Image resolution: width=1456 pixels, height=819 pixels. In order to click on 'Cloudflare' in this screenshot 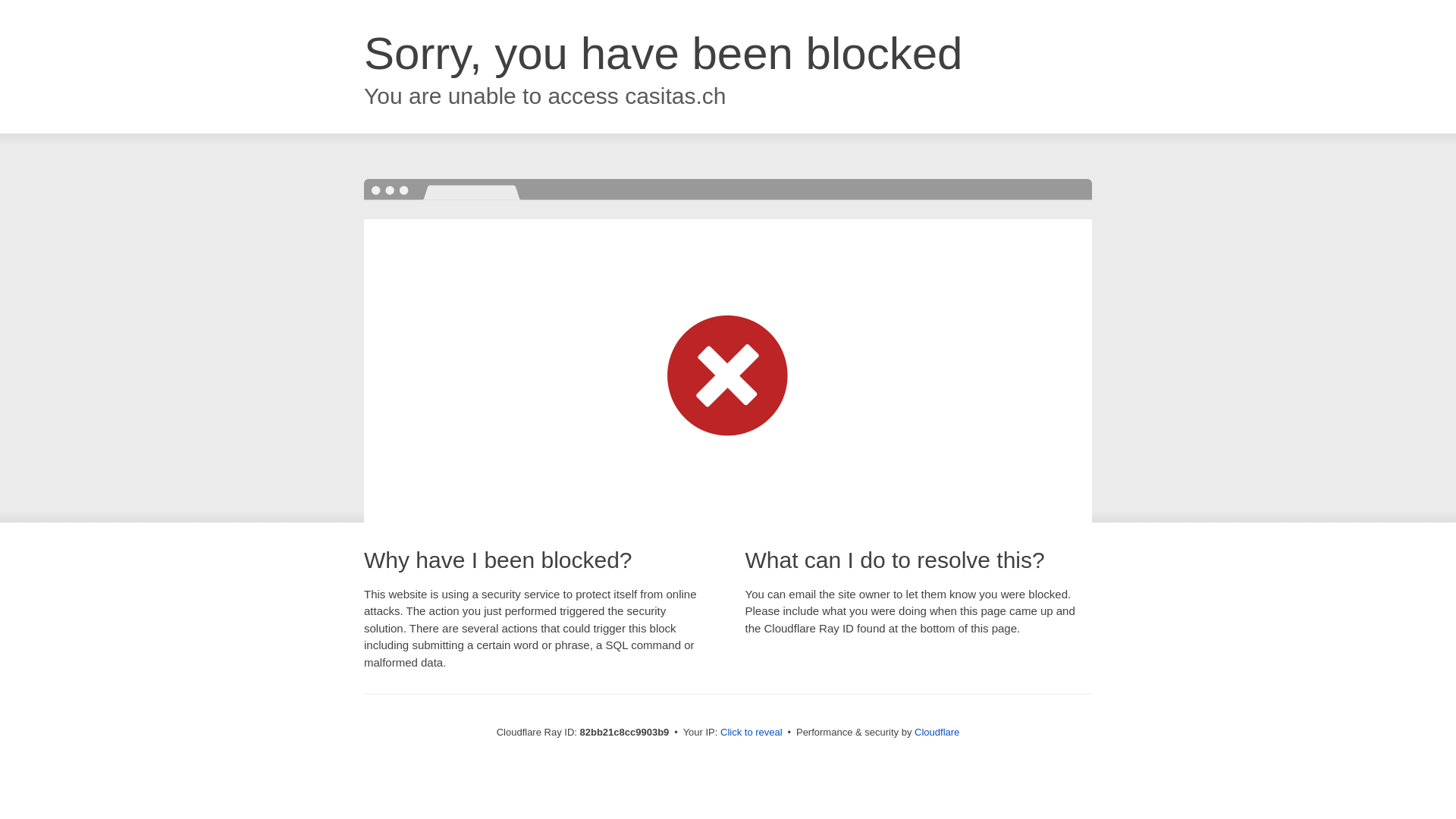, I will do `click(936, 731)`.